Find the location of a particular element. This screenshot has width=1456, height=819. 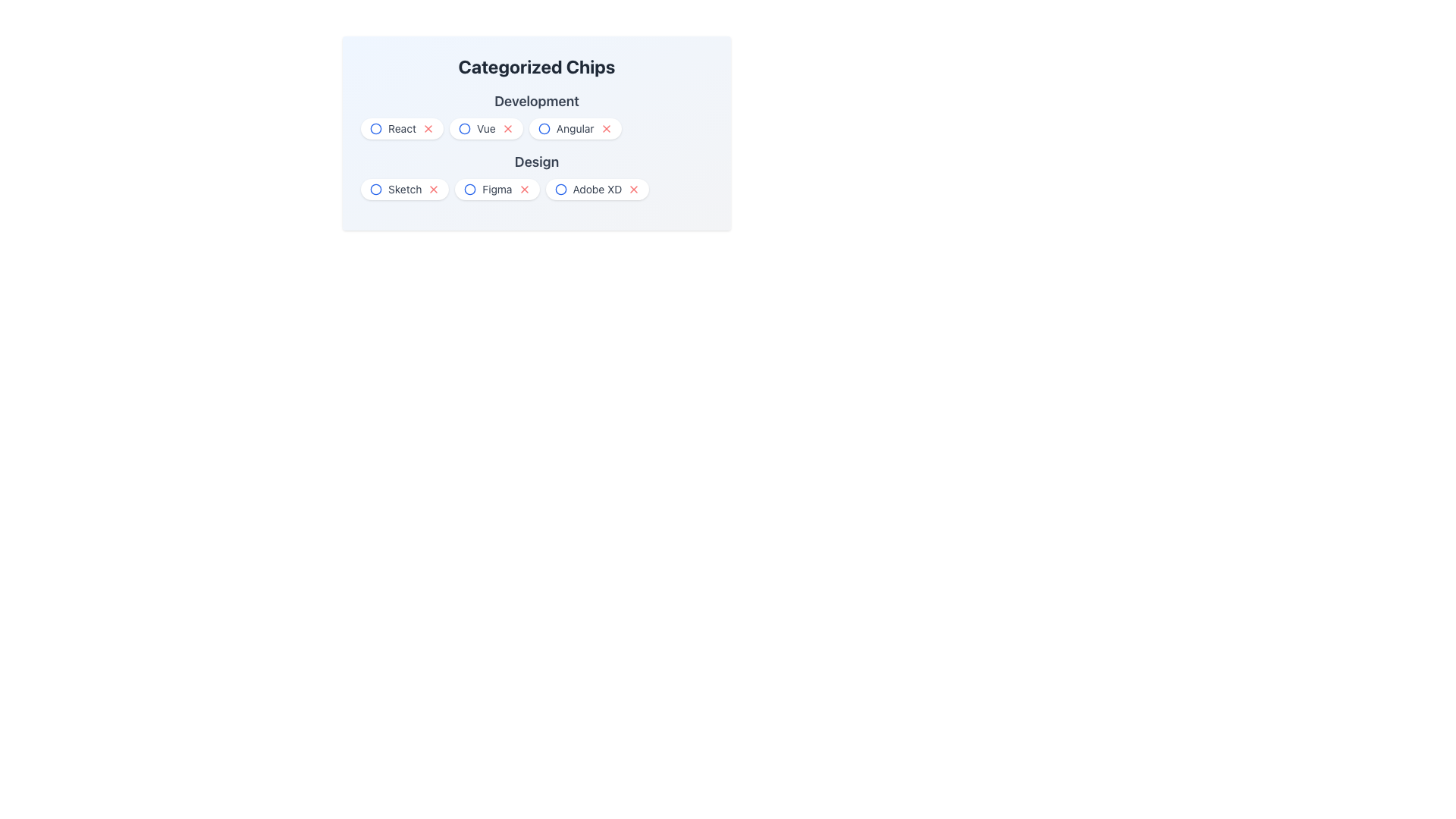

circular graphic with a blue border located within the 'Angular' button in the 'Development' category of the 'Categorized Chips' interface is located at coordinates (544, 127).